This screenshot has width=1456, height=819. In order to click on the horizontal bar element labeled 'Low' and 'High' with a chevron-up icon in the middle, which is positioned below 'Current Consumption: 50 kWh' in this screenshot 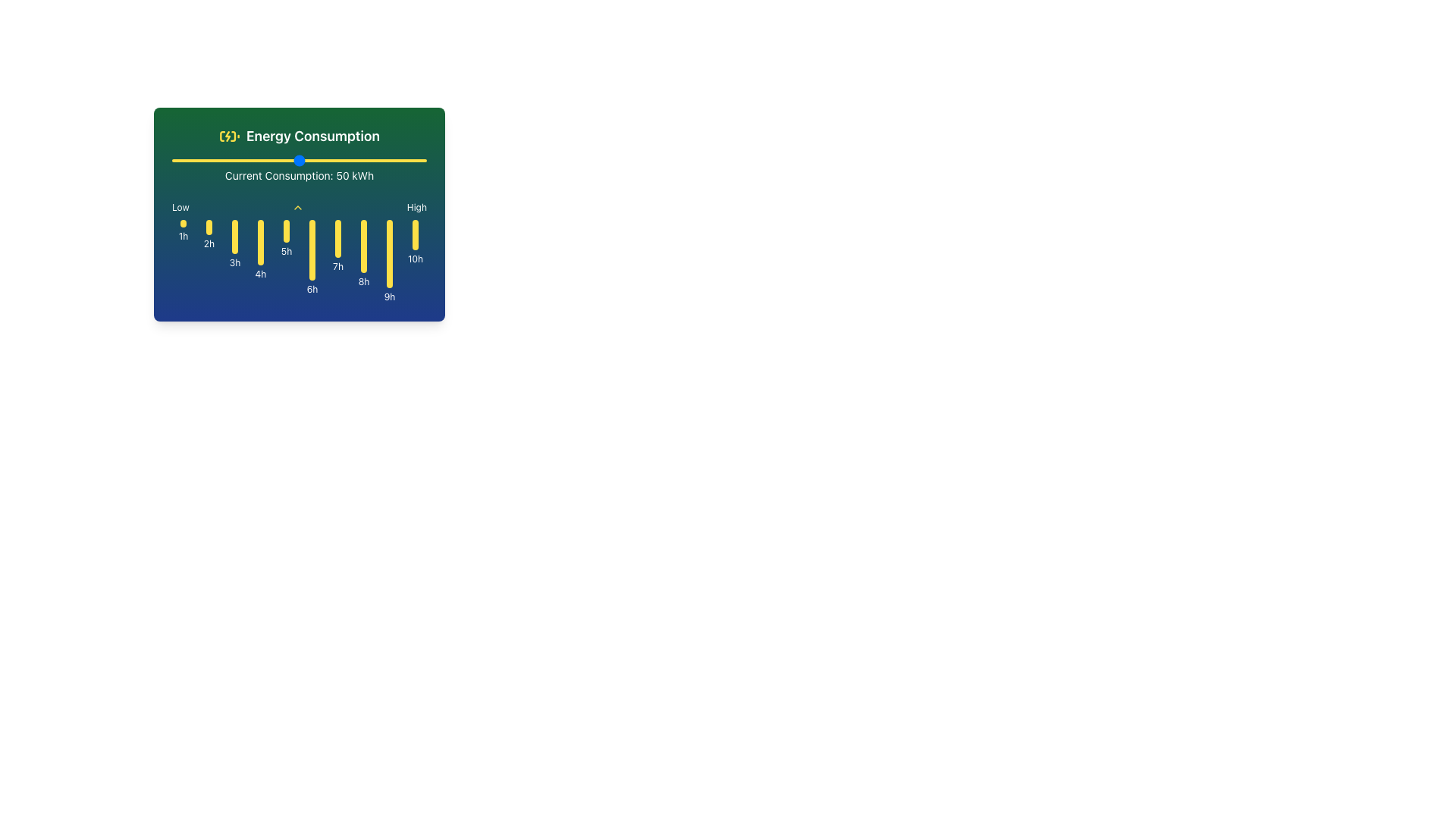, I will do `click(299, 207)`.